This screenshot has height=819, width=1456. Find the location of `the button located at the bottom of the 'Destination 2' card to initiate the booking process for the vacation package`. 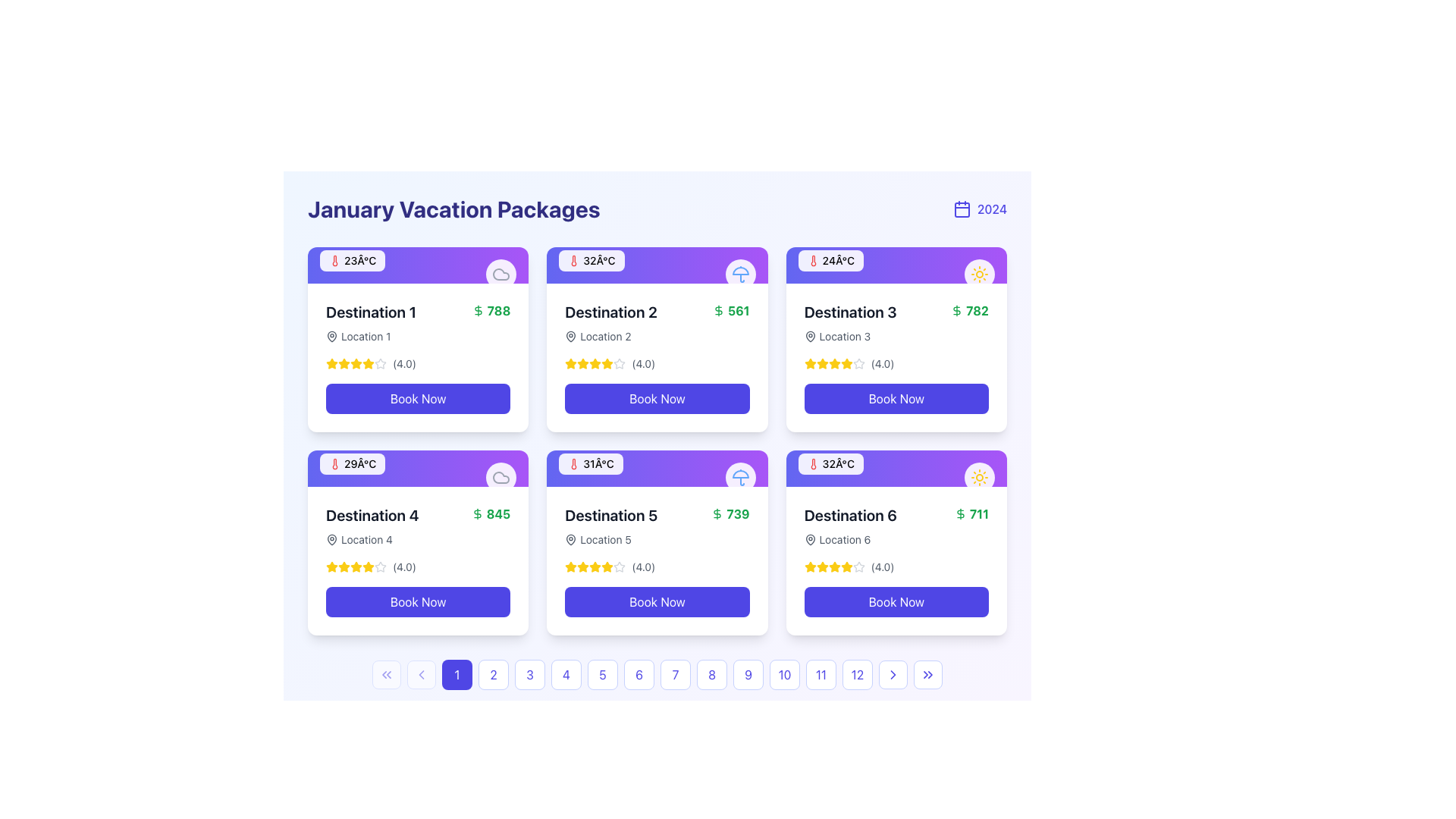

the button located at the bottom of the 'Destination 2' card to initiate the booking process for the vacation package is located at coordinates (657, 397).